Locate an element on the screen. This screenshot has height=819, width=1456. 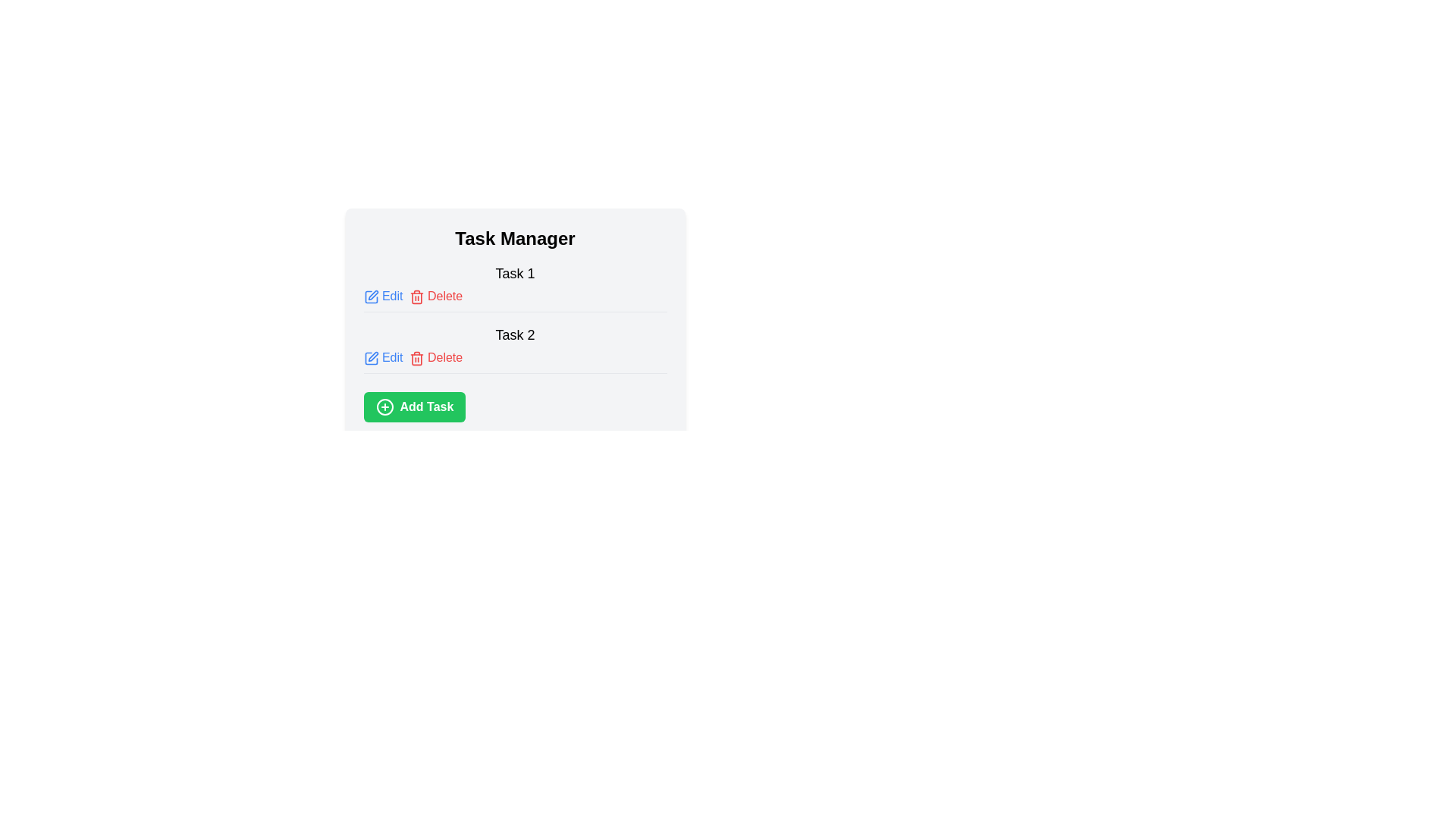
the 'Delete' button, which is a red textual label accompanied by a trashcan icon, positioned to the right of the 'Edit' button in a horizontal layout is located at coordinates (435, 357).